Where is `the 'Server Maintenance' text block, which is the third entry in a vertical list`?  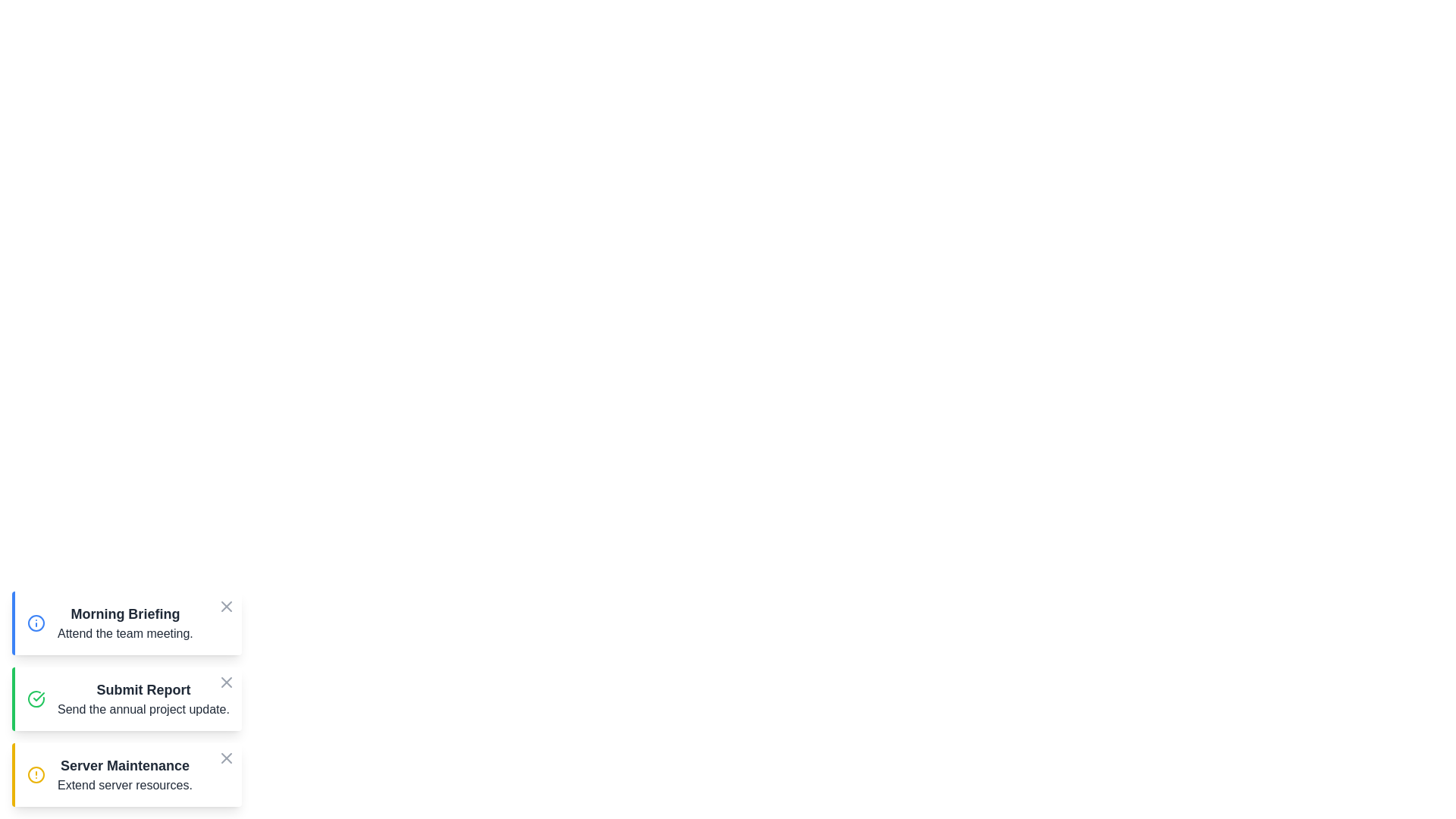 the 'Server Maintenance' text block, which is the third entry in a vertical list is located at coordinates (124, 775).